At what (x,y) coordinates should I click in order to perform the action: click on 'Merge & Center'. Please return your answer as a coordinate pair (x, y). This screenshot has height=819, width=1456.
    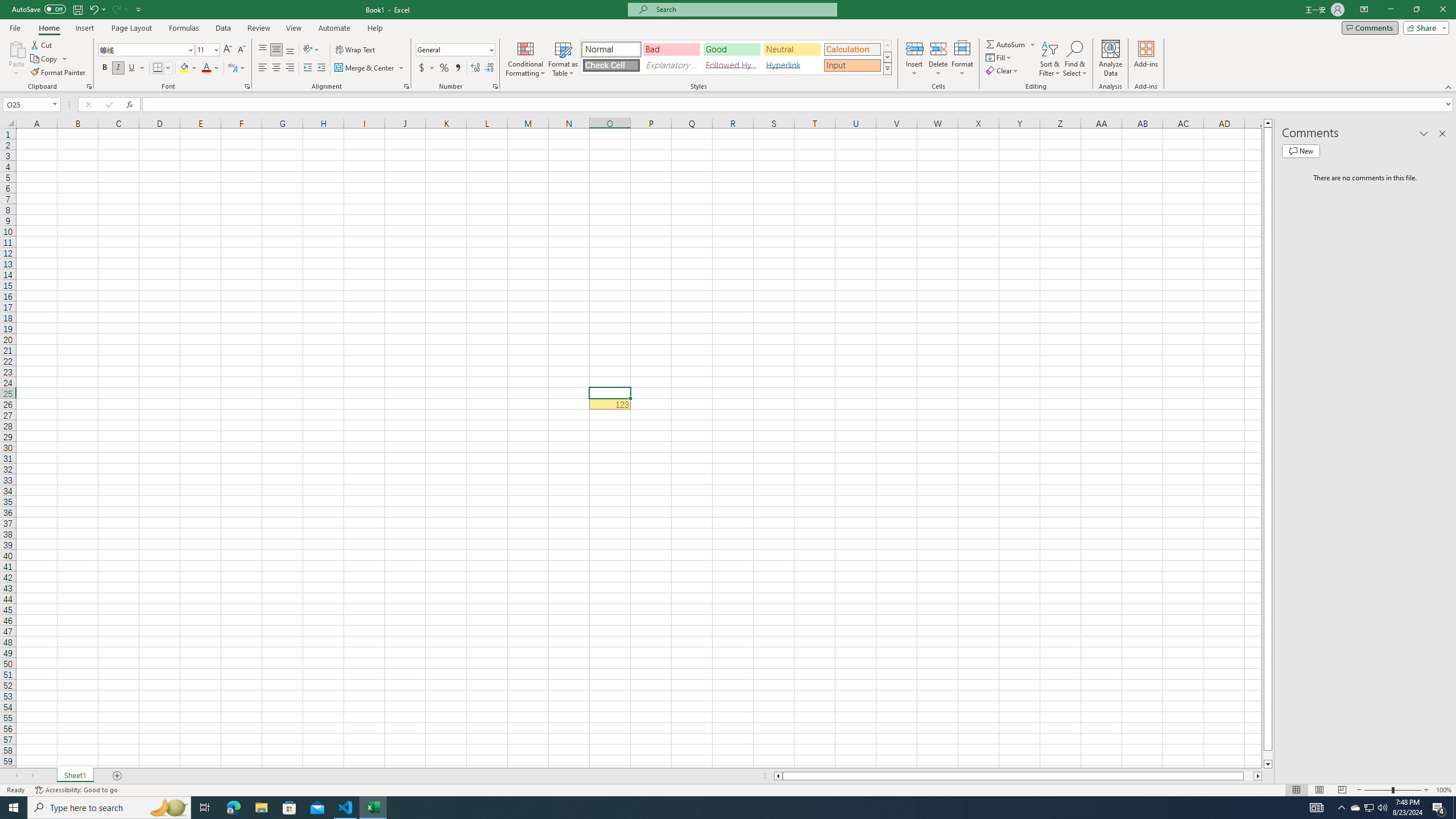
    Looking at the image, I should click on (369, 67).